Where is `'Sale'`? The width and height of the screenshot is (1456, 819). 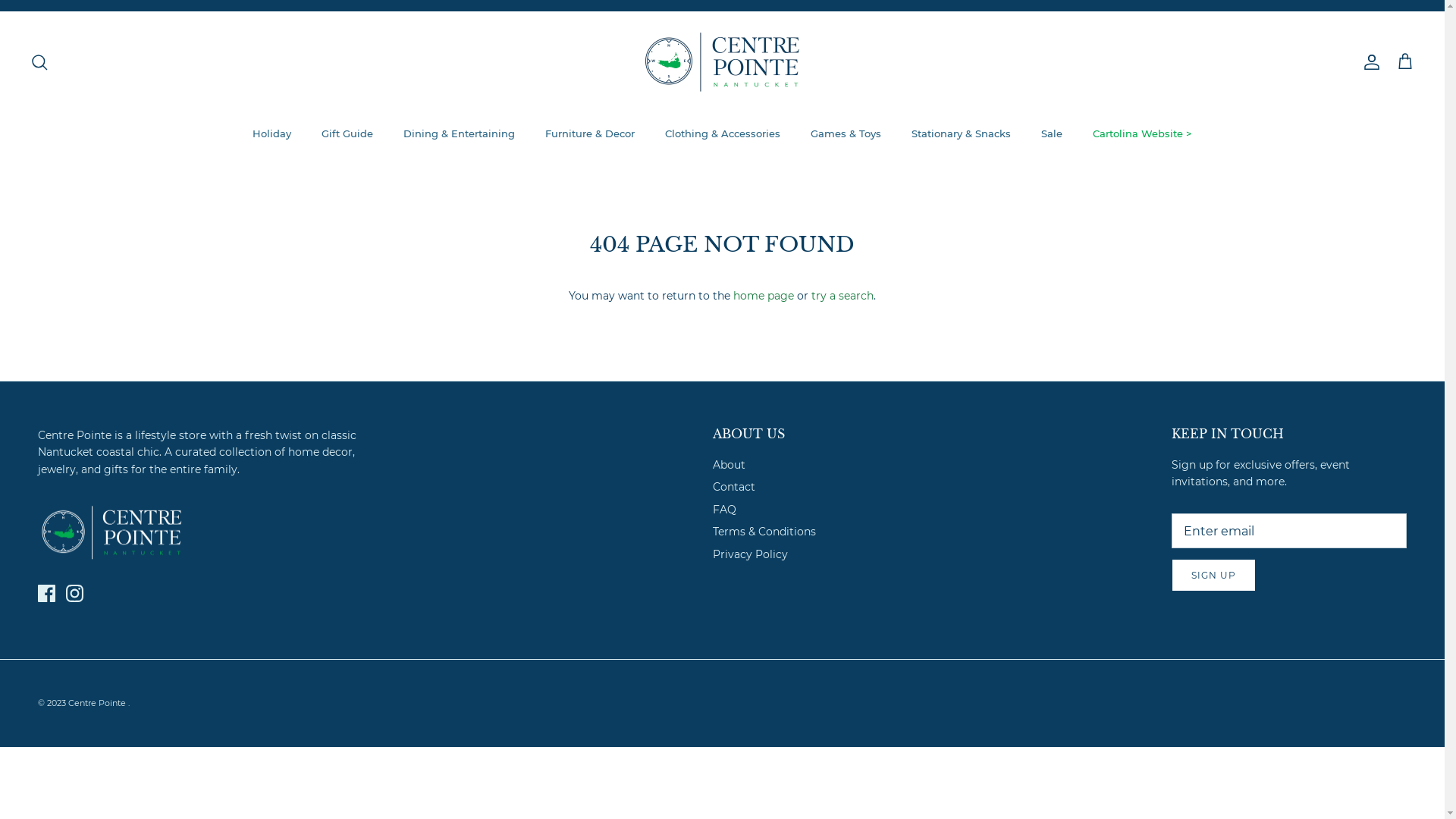 'Sale' is located at coordinates (1051, 133).